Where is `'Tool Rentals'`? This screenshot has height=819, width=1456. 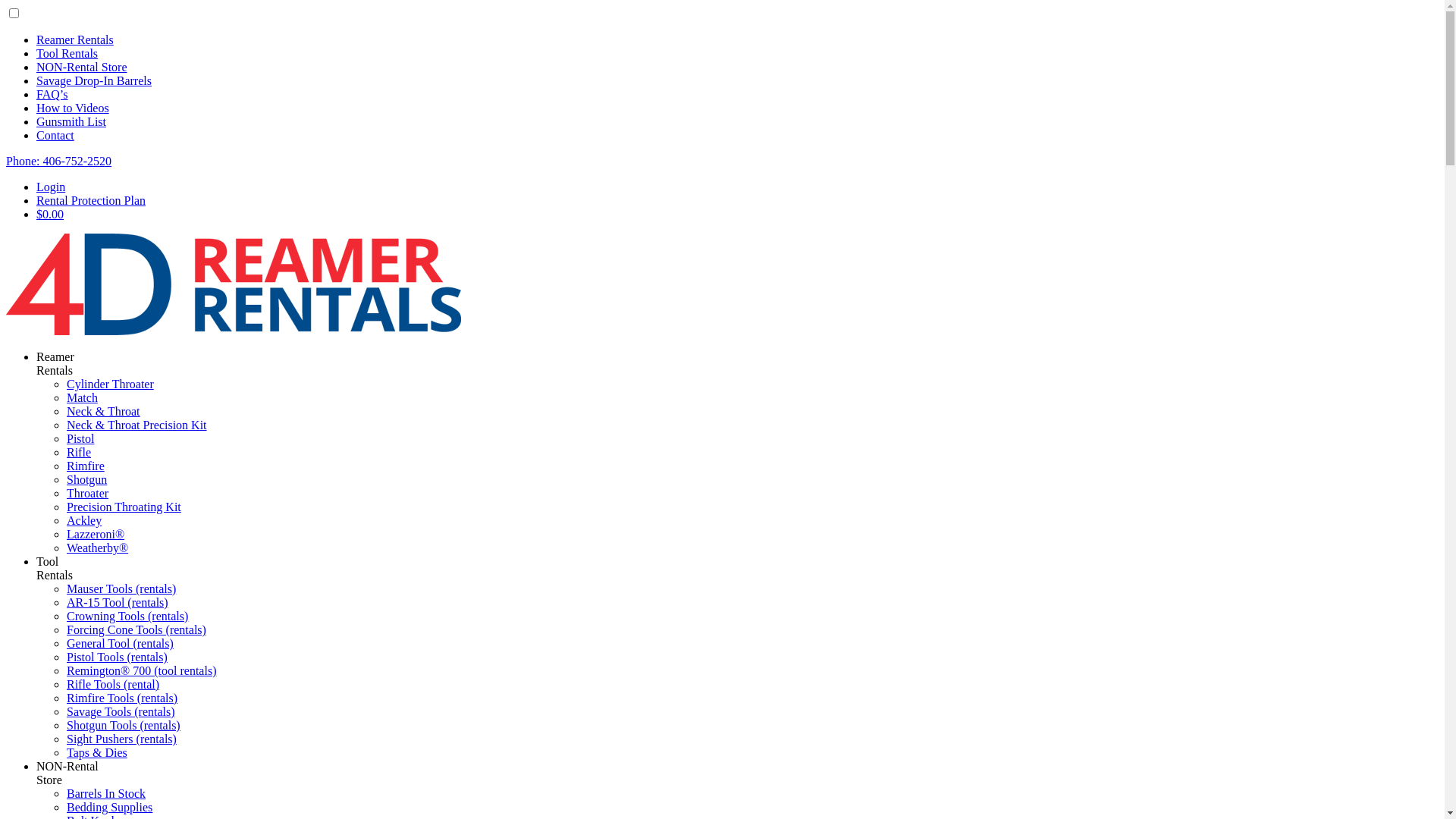 'Tool Rentals' is located at coordinates (66, 52).